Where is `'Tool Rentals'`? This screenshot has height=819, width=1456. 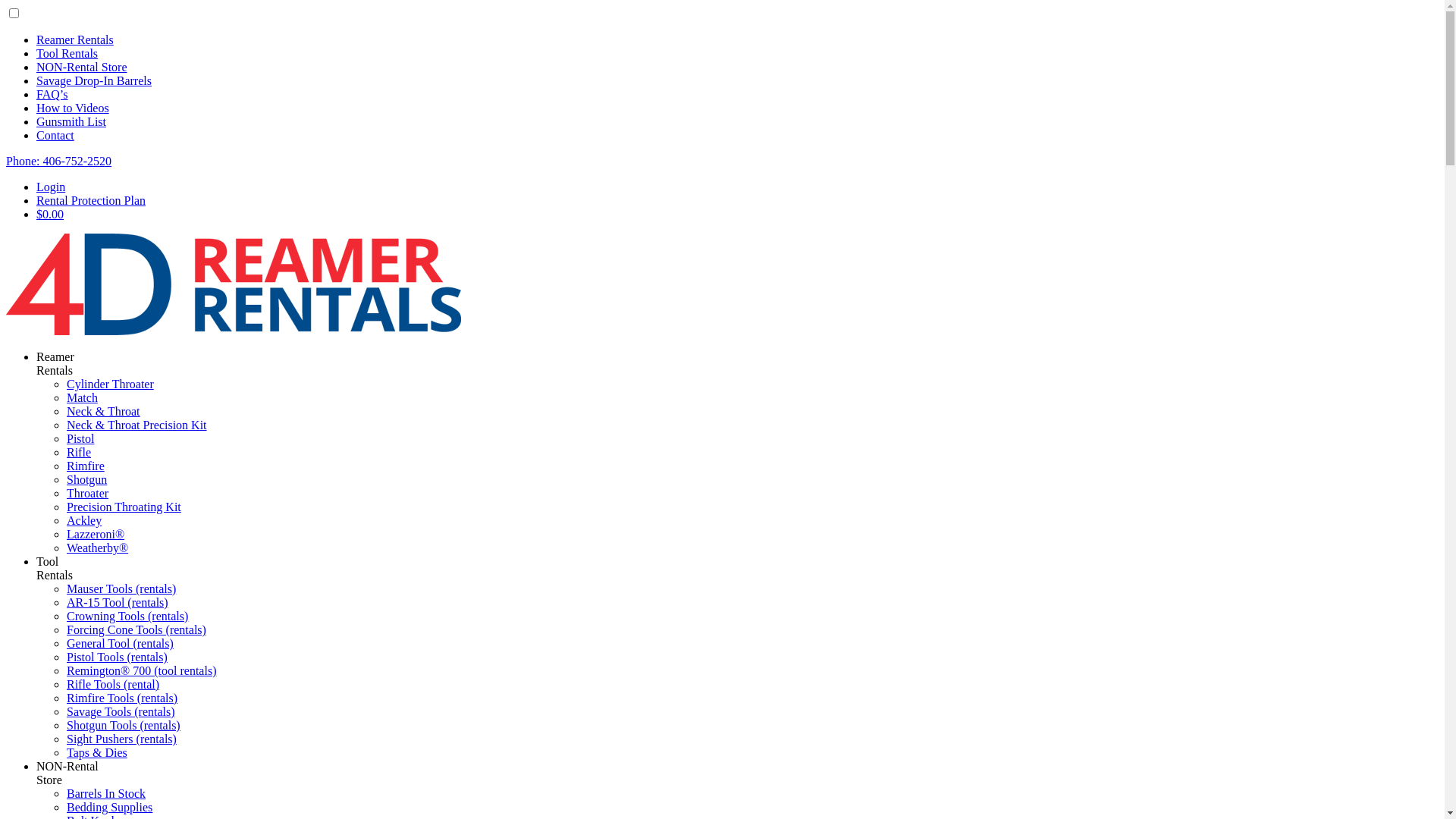 'Tool Rentals' is located at coordinates (66, 52).